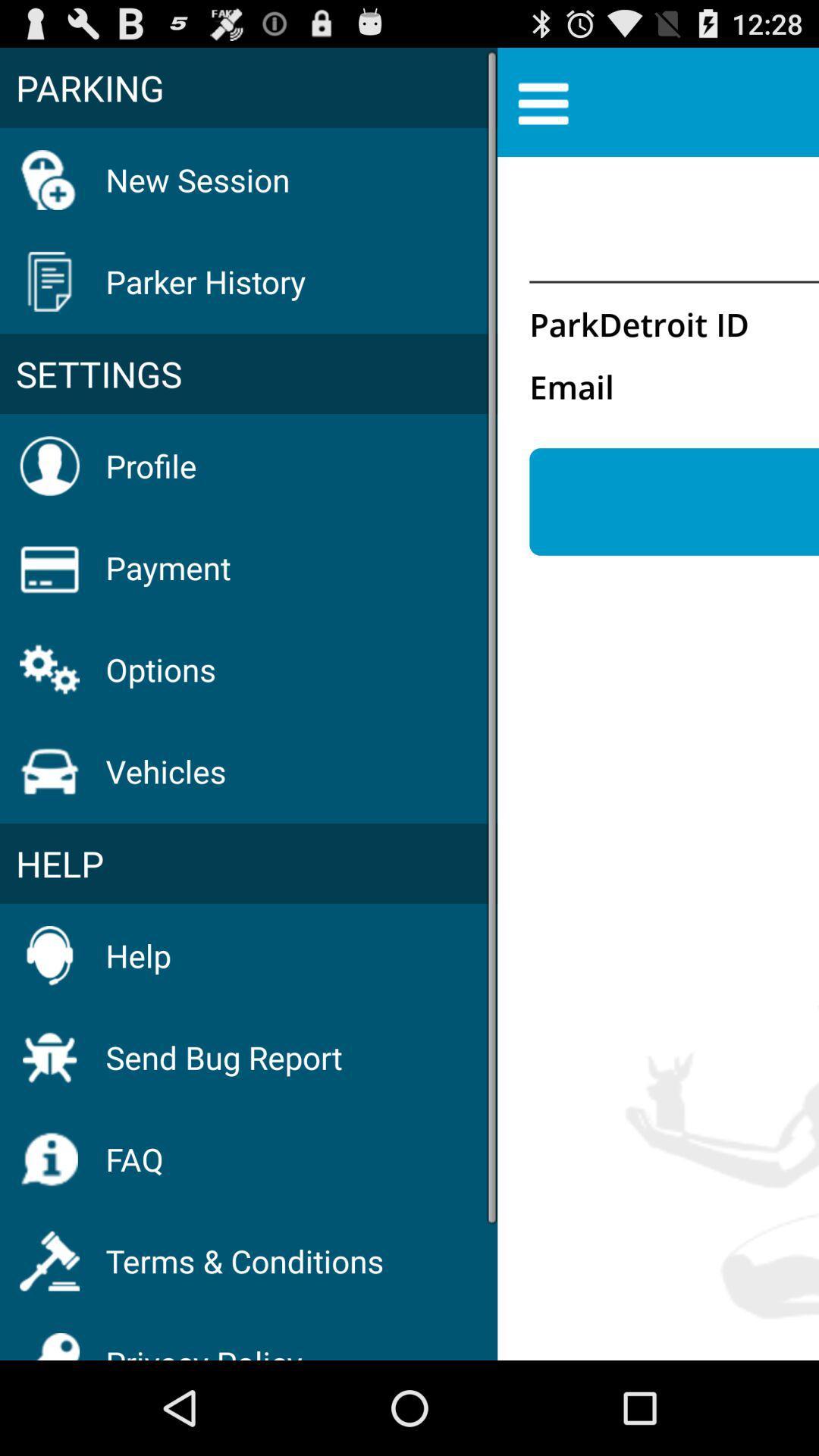 This screenshot has width=819, height=1456. I want to click on the options icon, so click(161, 668).